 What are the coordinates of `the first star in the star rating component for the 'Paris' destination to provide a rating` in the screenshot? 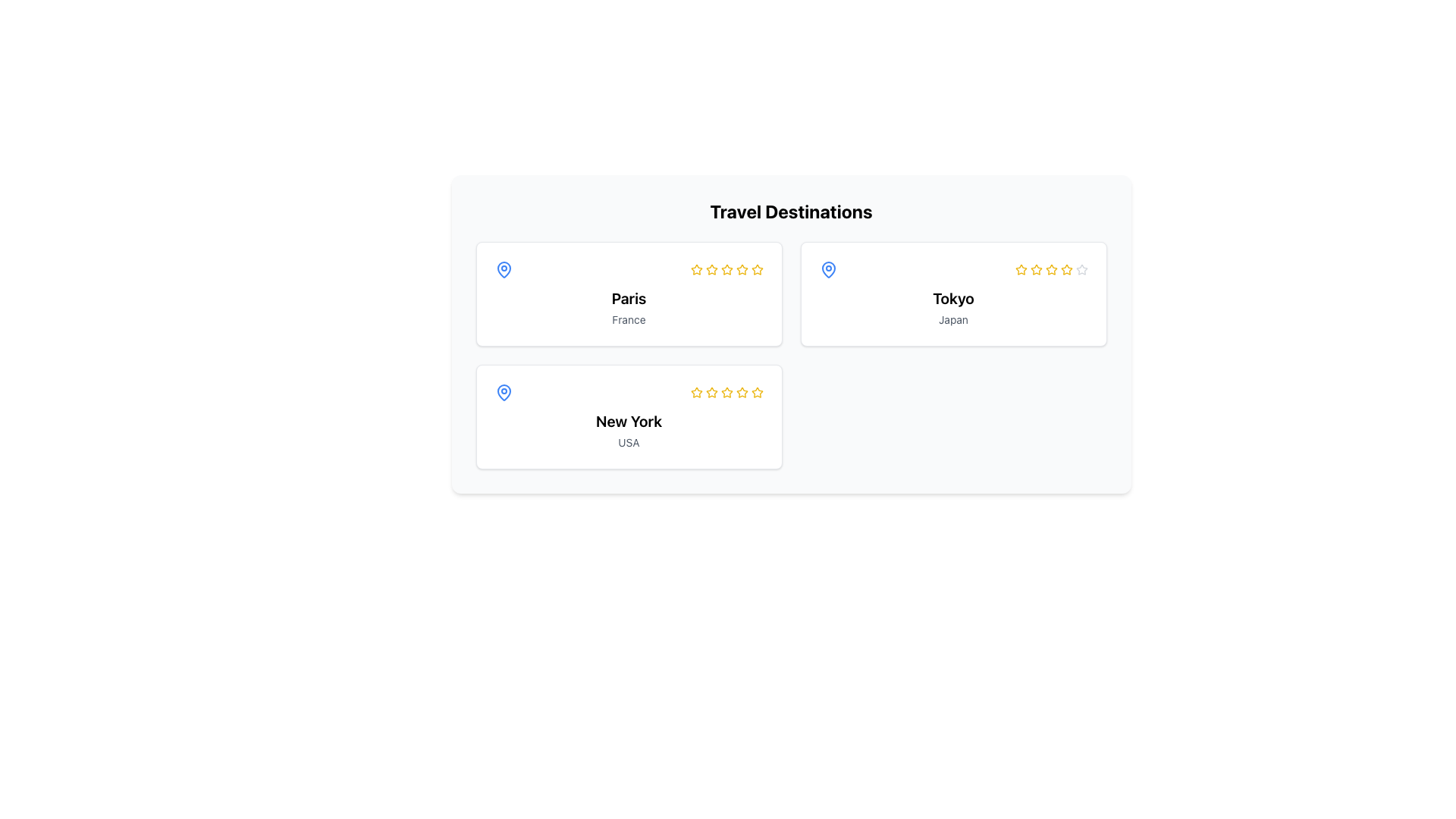 It's located at (695, 268).